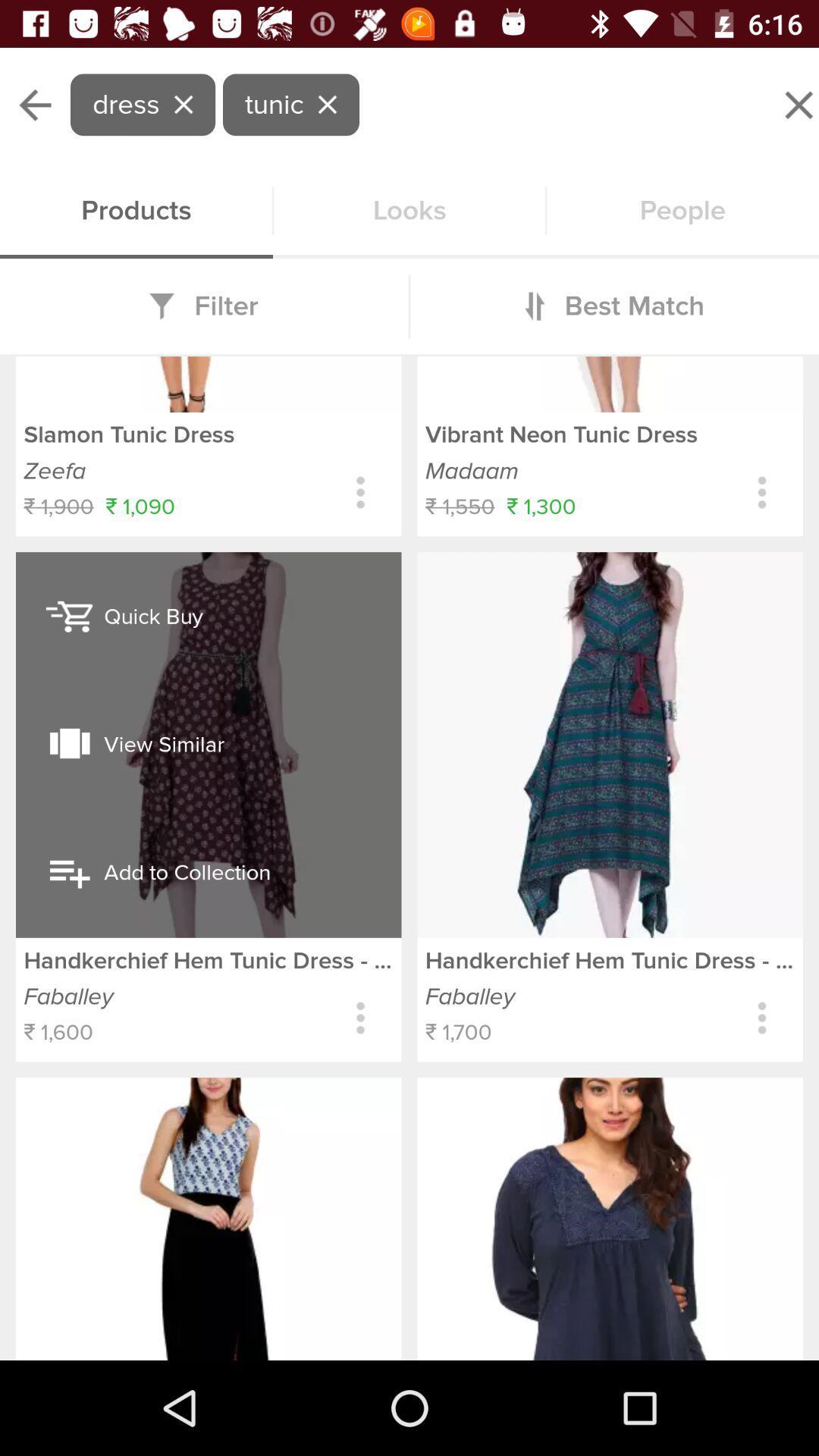 Image resolution: width=819 pixels, height=1456 pixels. What do you see at coordinates (610, 745) in the screenshot?
I see `the second image from right bottom` at bounding box center [610, 745].